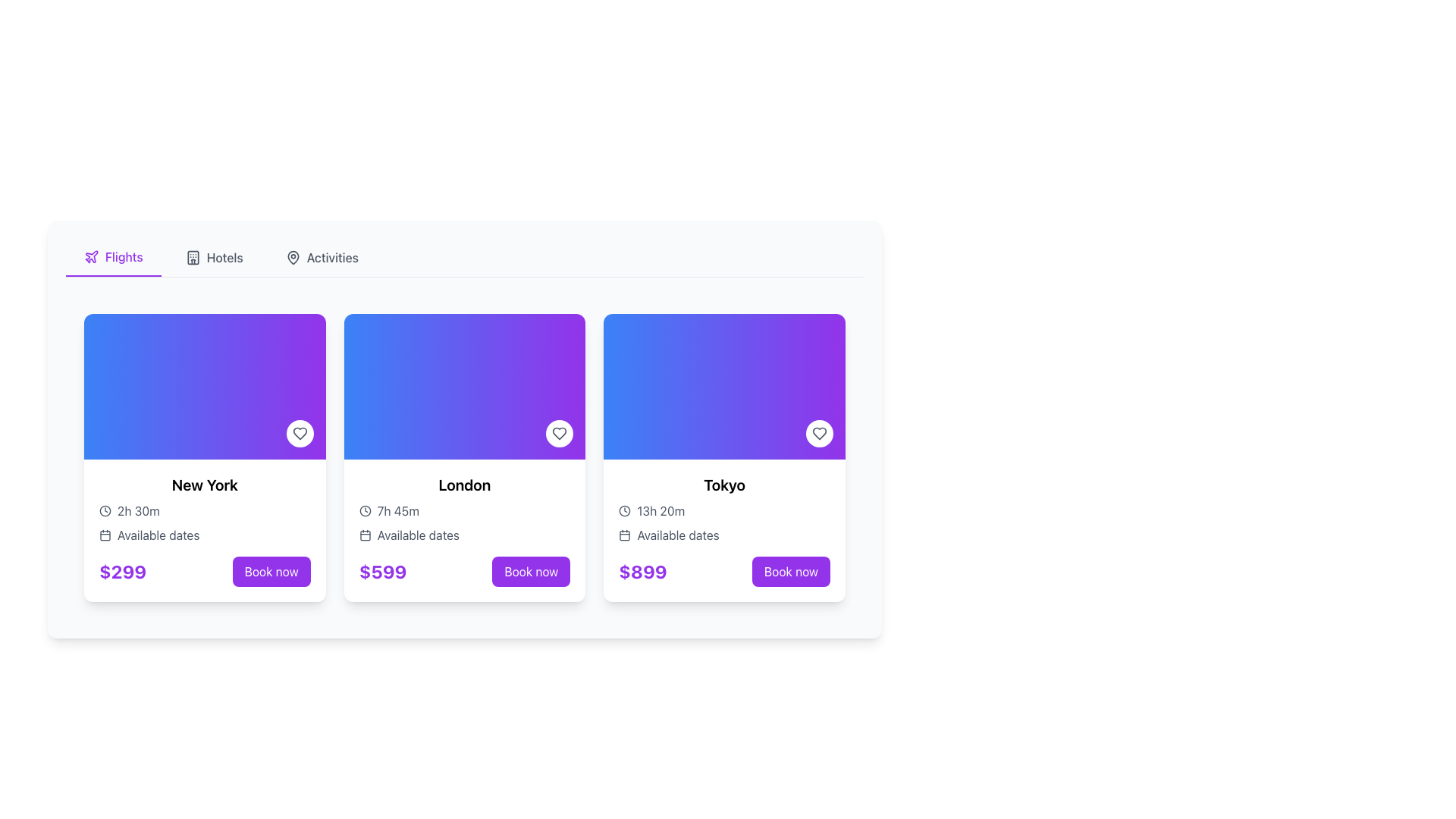 This screenshot has width=1456, height=819. What do you see at coordinates (105, 534) in the screenshot?
I see `the calendar icon located in the 'Available dates' section, which is styled in gray and positioned to the left of the text 'Available dates'` at bounding box center [105, 534].